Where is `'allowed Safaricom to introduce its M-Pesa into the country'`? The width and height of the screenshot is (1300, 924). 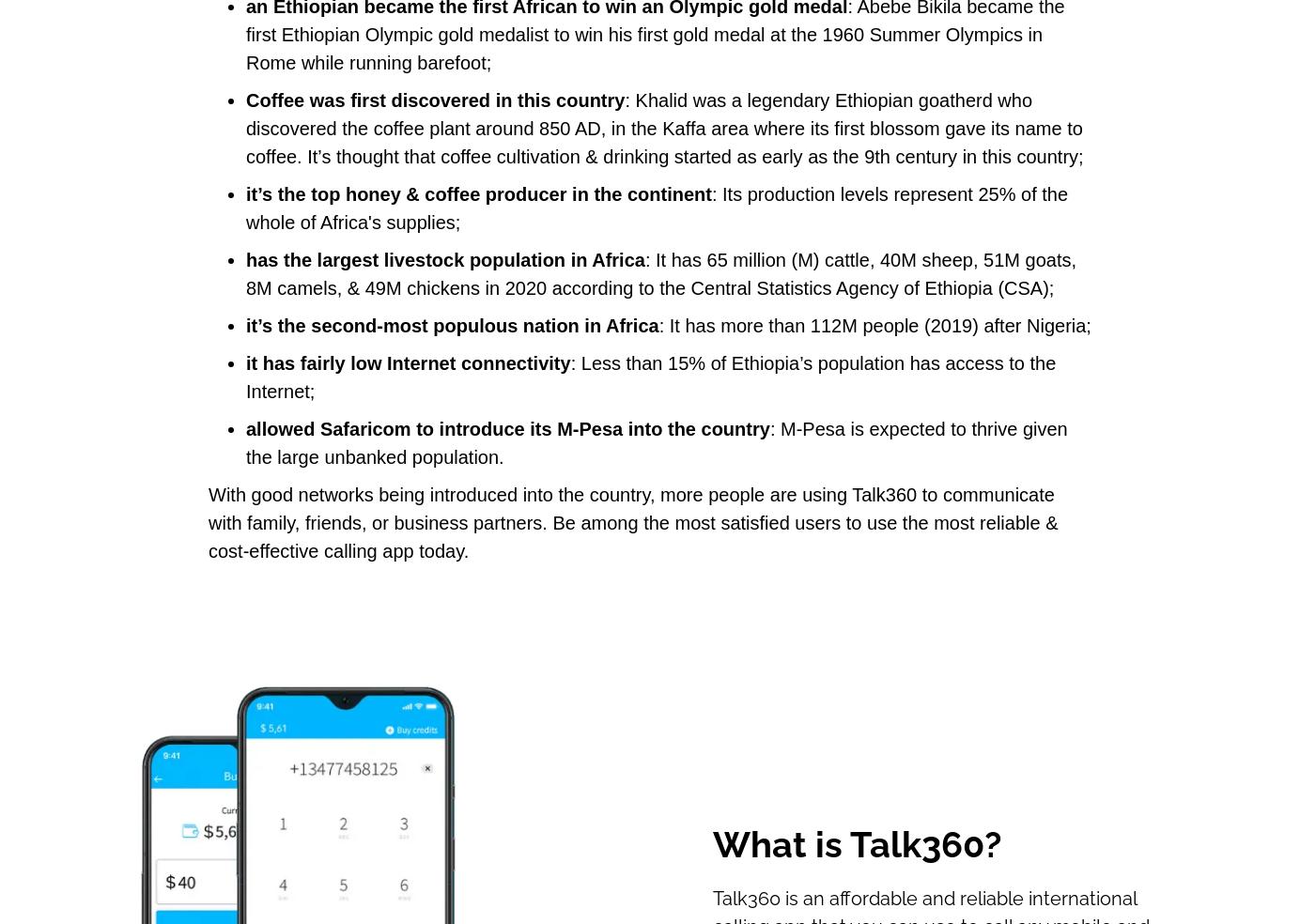 'allowed Safaricom to introduce its M-Pesa into the country' is located at coordinates (244, 428).